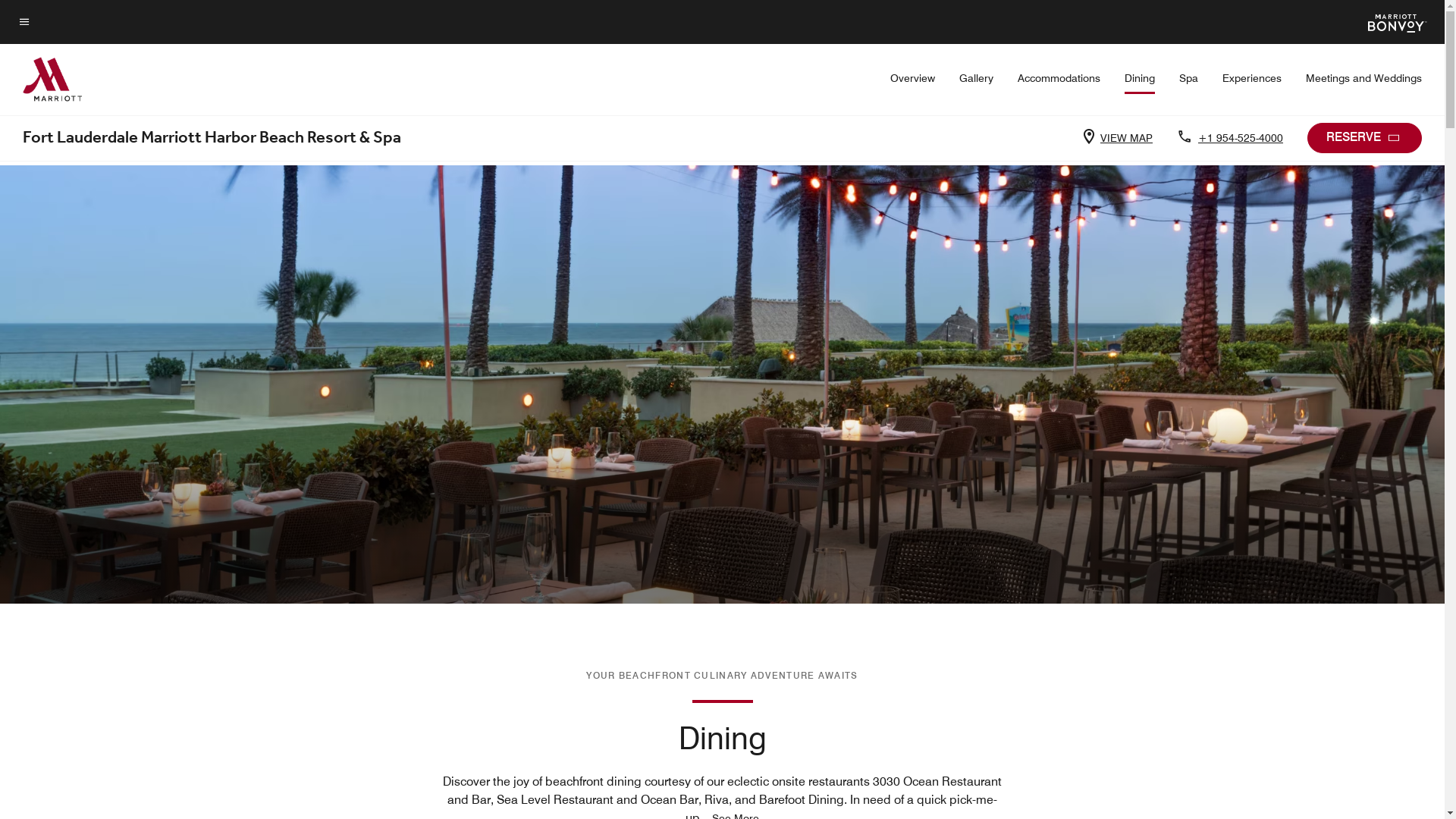  What do you see at coordinates (1238, 137) in the screenshot?
I see `'+1 954-525-4000'` at bounding box center [1238, 137].